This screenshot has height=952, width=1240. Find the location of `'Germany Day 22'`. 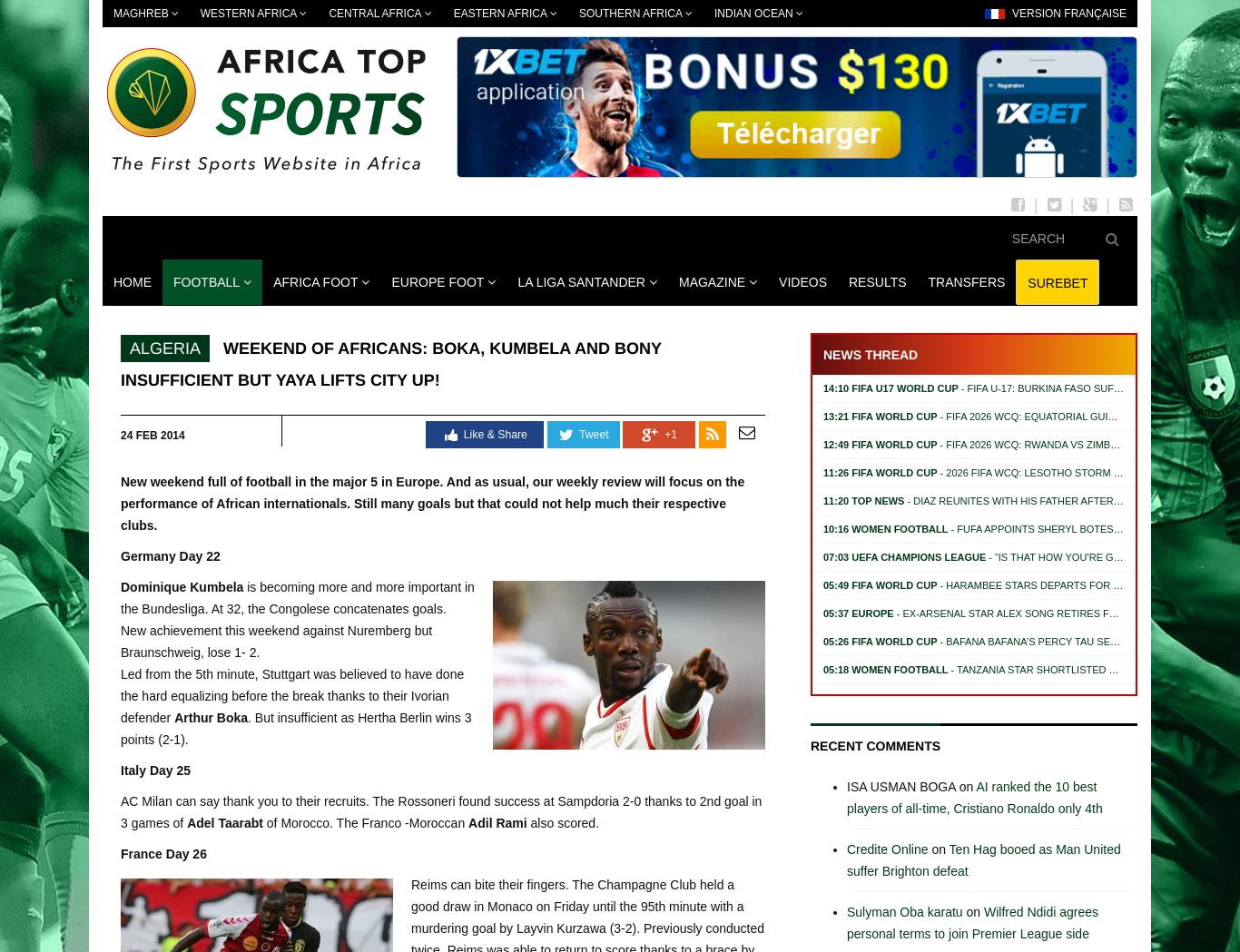

'Germany Day 22' is located at coordinates (169, 555).